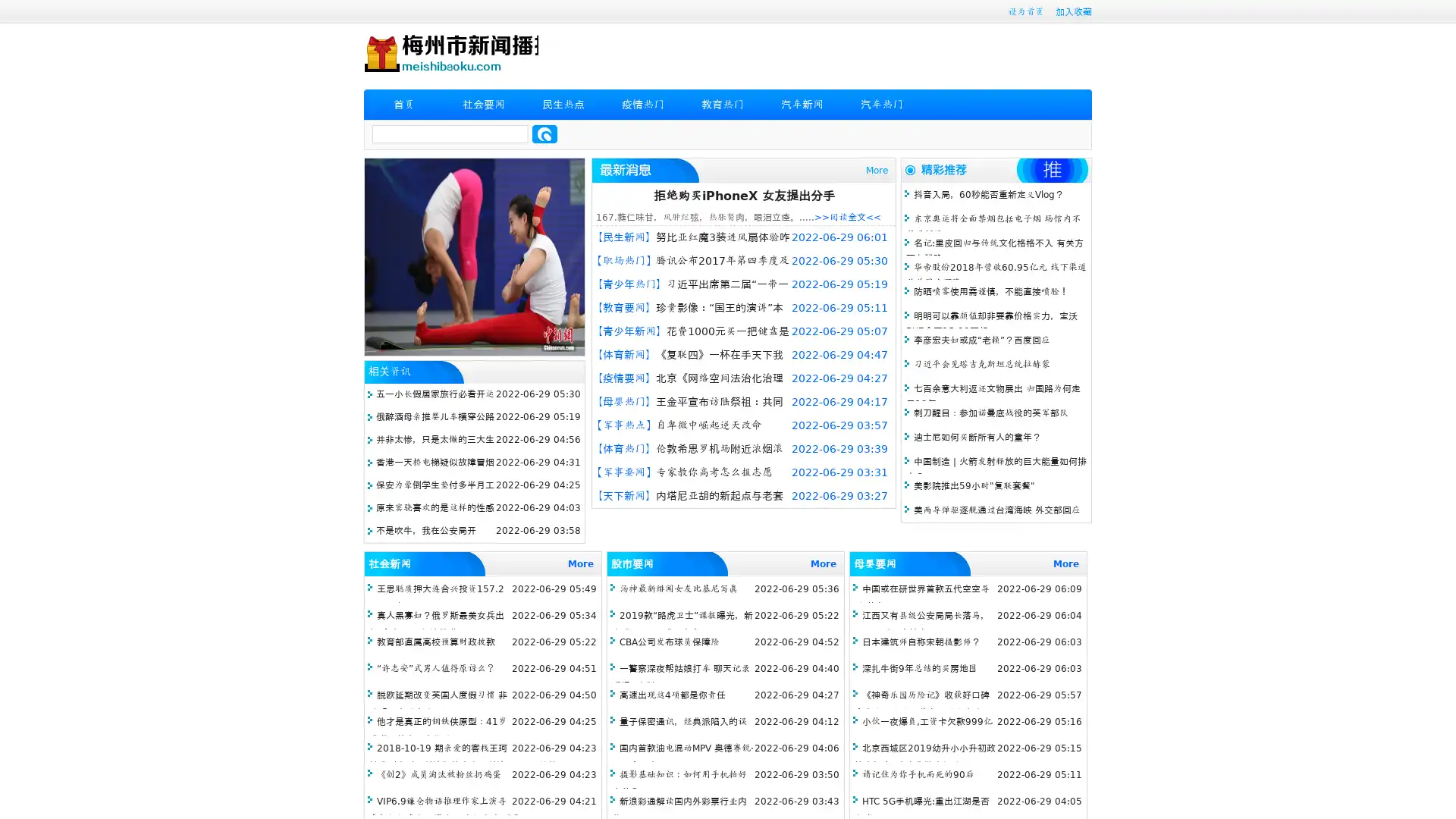 Image resolution: width=1456 pixels, height=819 pixels. What do you see at coordinates (544, 133) in the screenshot?
I see `Search` at bounding box center [544, 133].